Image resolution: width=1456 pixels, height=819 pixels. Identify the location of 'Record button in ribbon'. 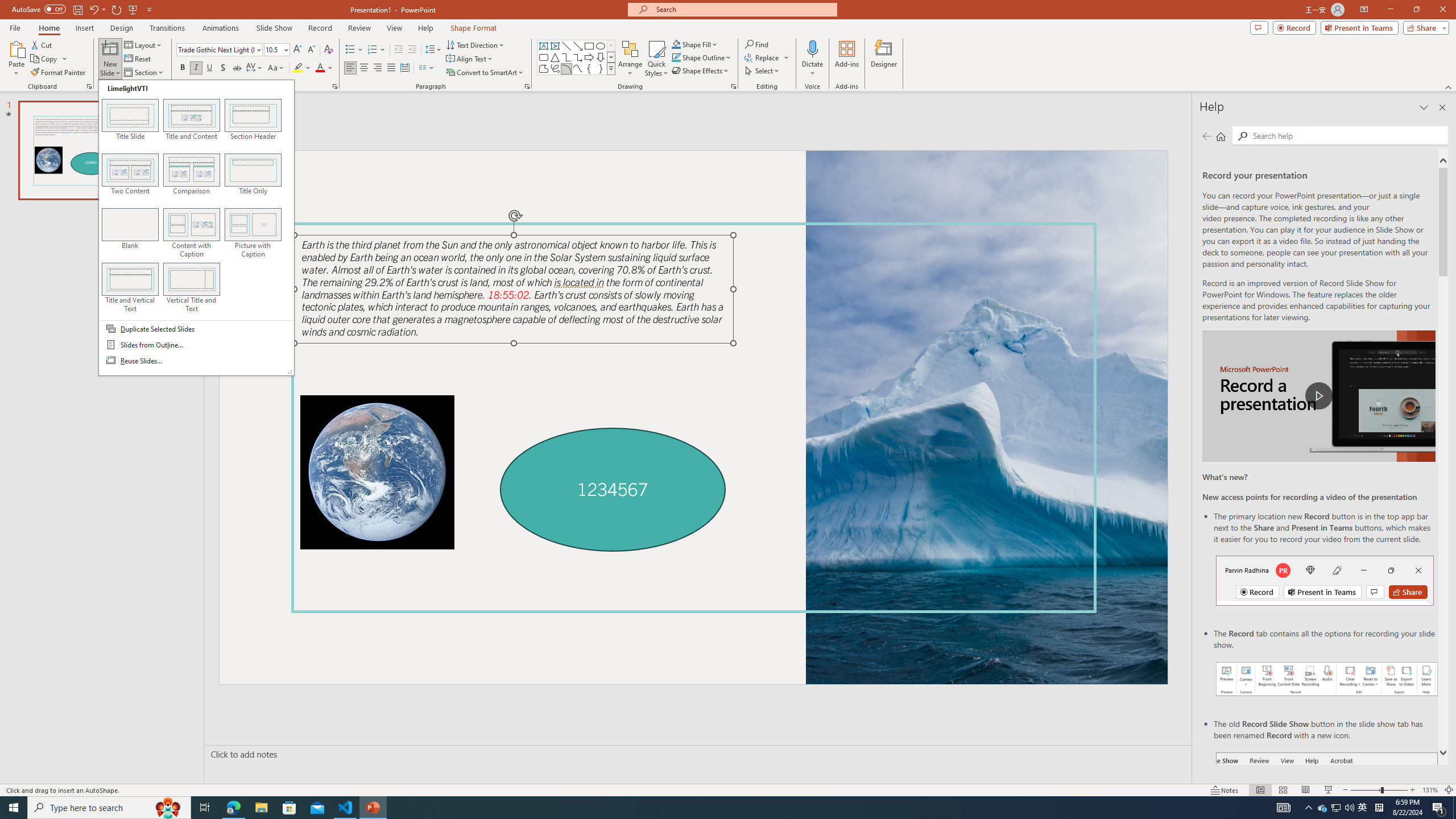
(1326, 809).